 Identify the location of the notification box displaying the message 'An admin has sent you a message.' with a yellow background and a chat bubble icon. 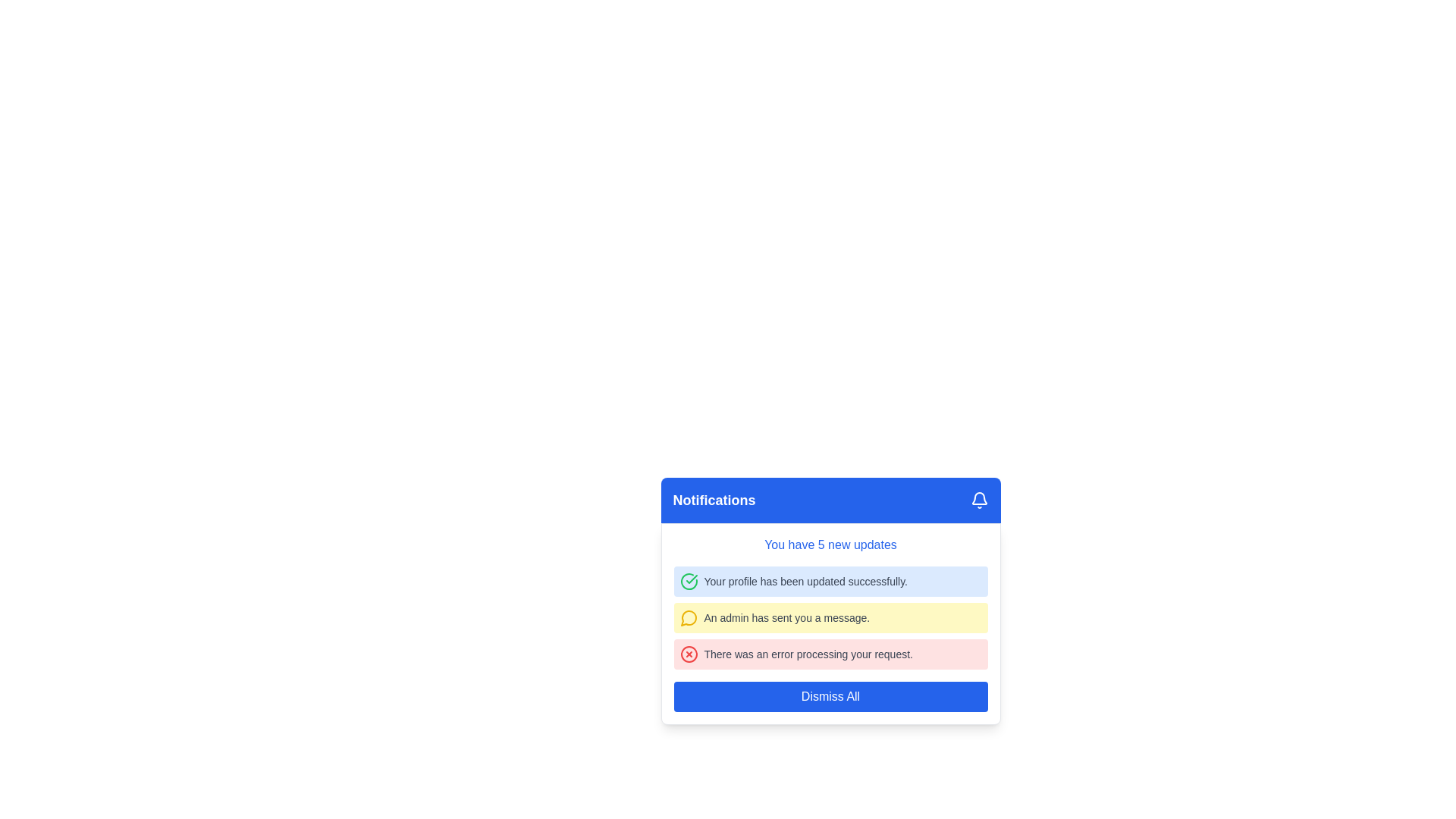
(830, 617).